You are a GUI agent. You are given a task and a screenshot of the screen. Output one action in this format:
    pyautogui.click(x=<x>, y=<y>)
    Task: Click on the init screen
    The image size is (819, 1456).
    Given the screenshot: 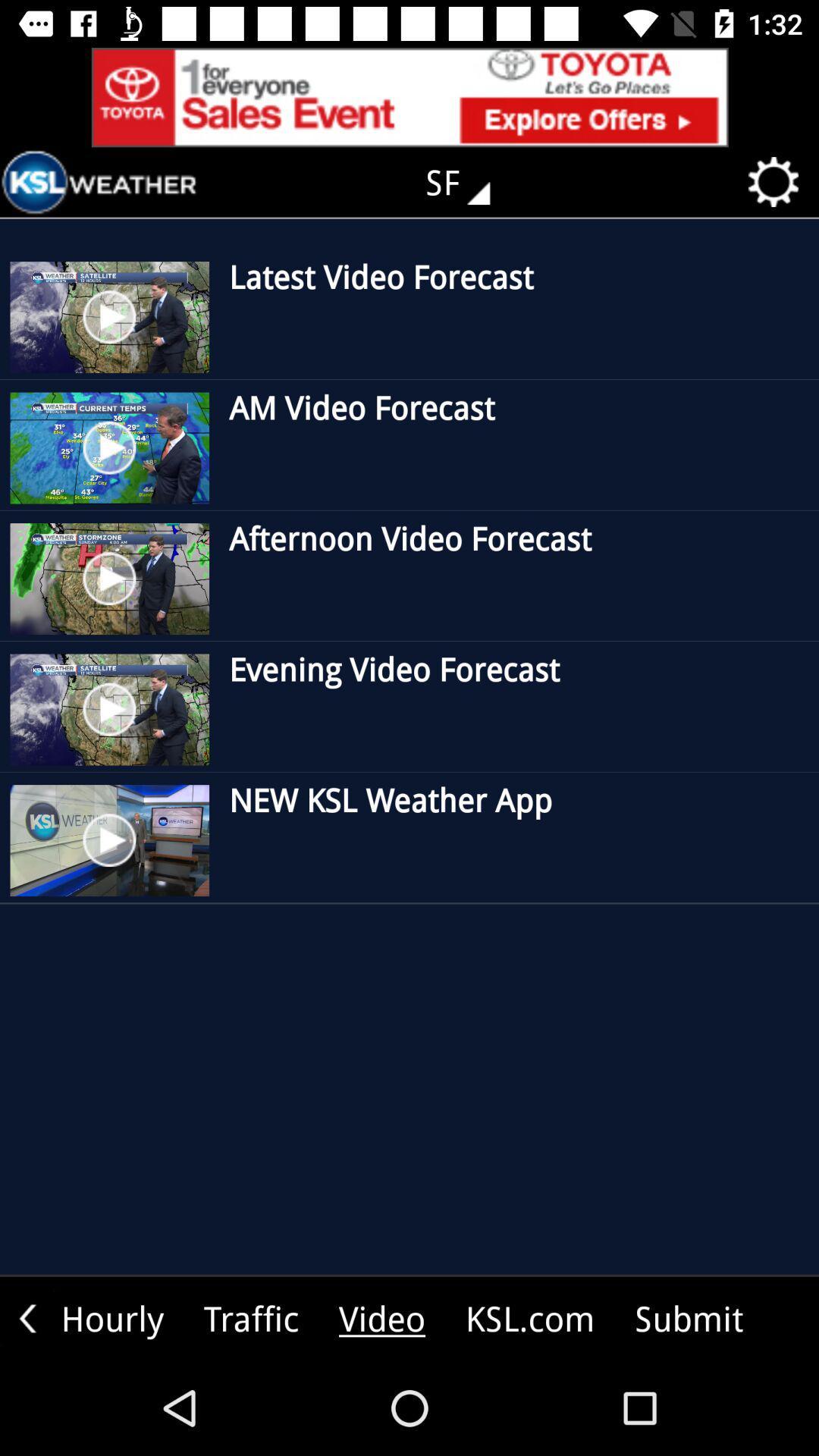 What is the action you would take?
    pyautogui.click(x=99, y=182)
    